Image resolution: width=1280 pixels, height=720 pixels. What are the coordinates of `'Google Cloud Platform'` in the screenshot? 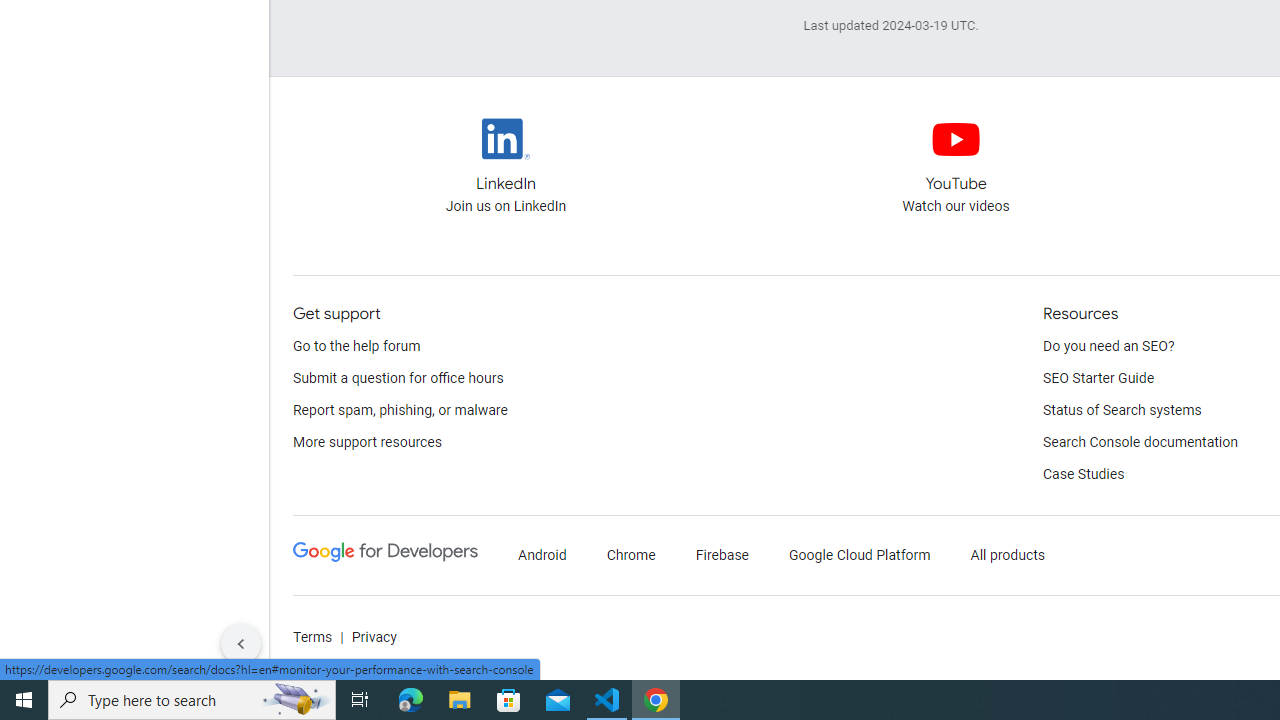 It's located at (859, 555).